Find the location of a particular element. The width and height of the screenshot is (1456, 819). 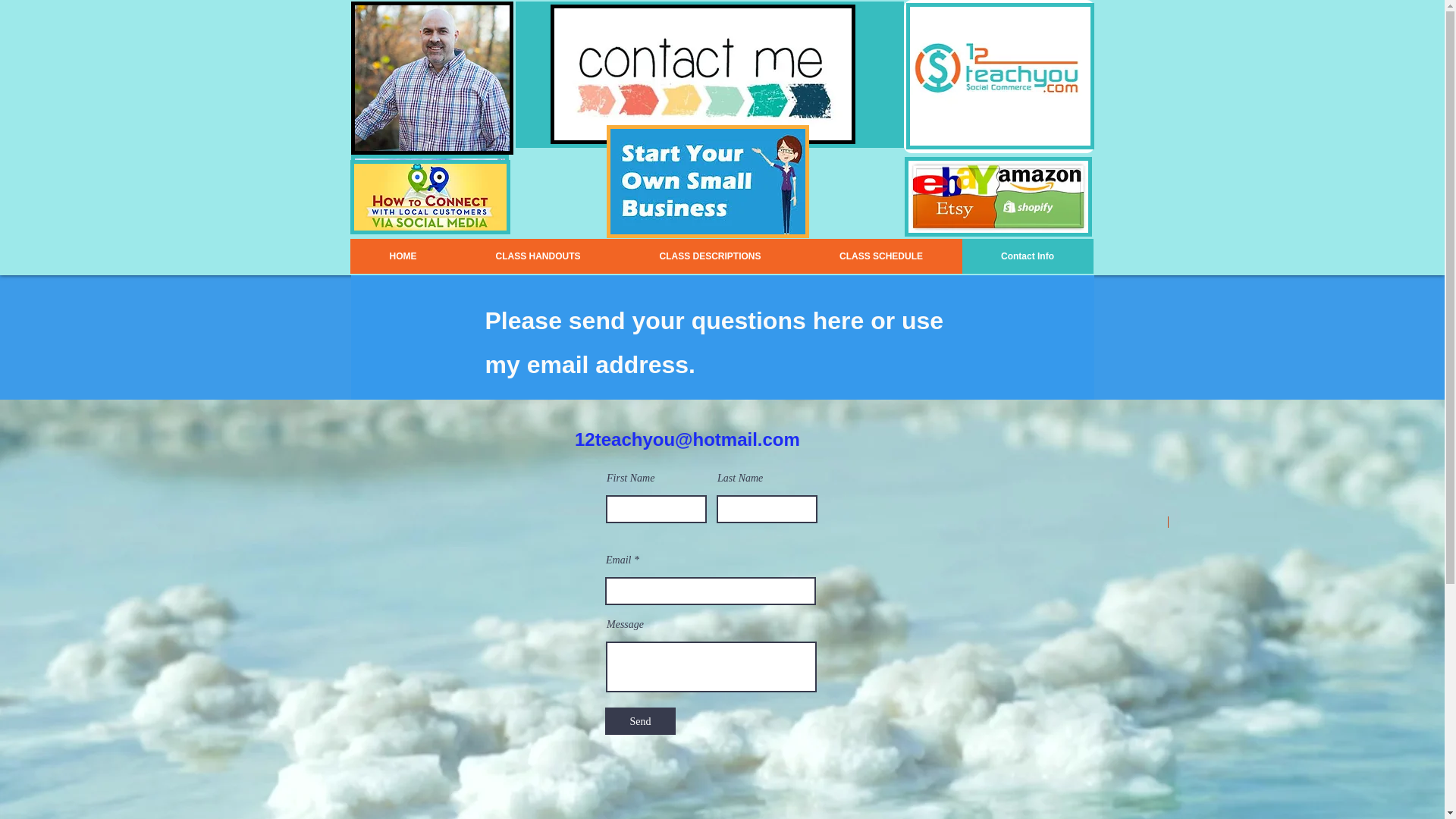

'HOME' is located at coordinates (349, 256).